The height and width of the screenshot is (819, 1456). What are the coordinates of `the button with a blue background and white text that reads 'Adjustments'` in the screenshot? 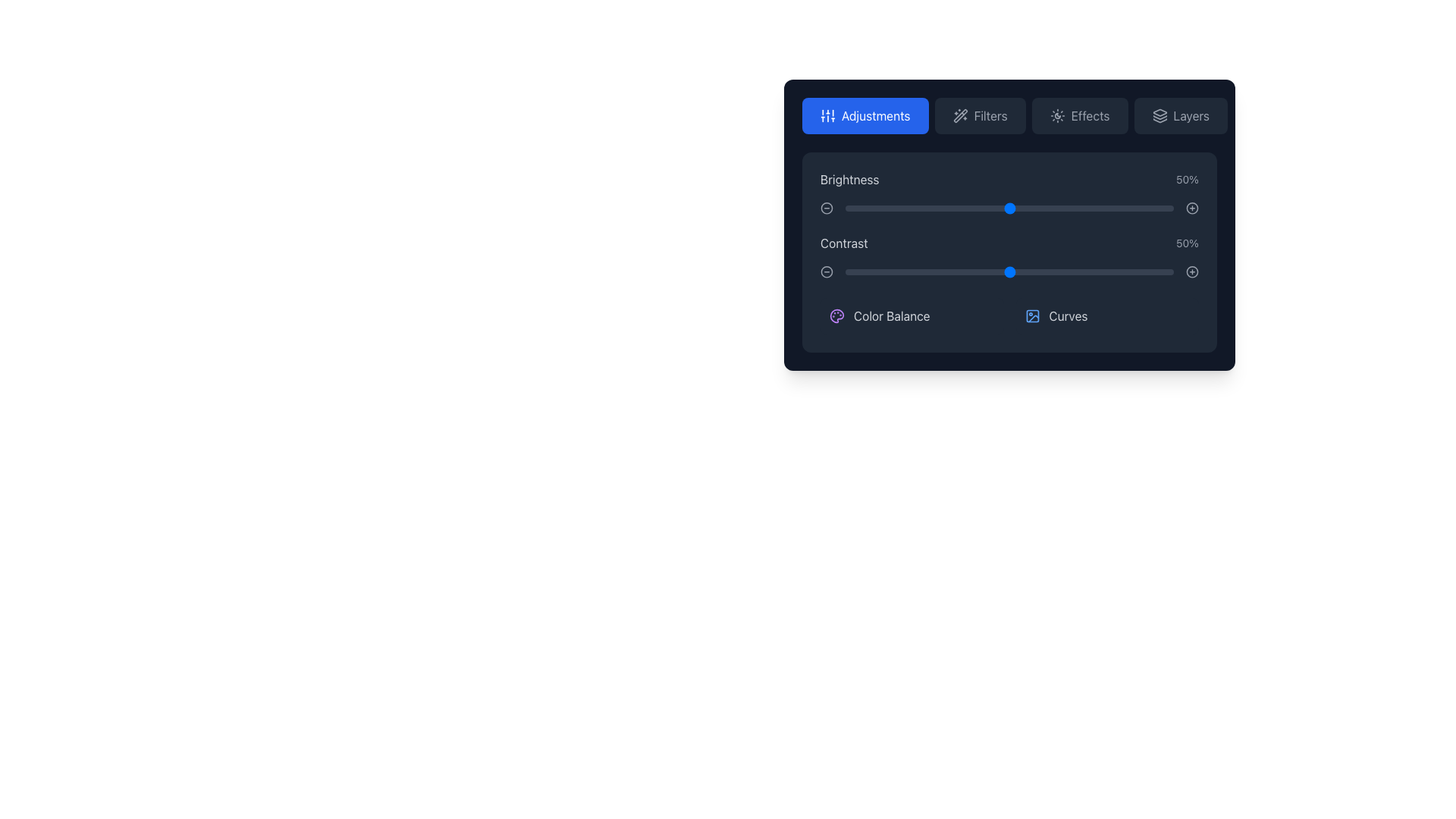 It's located at (865, 115).